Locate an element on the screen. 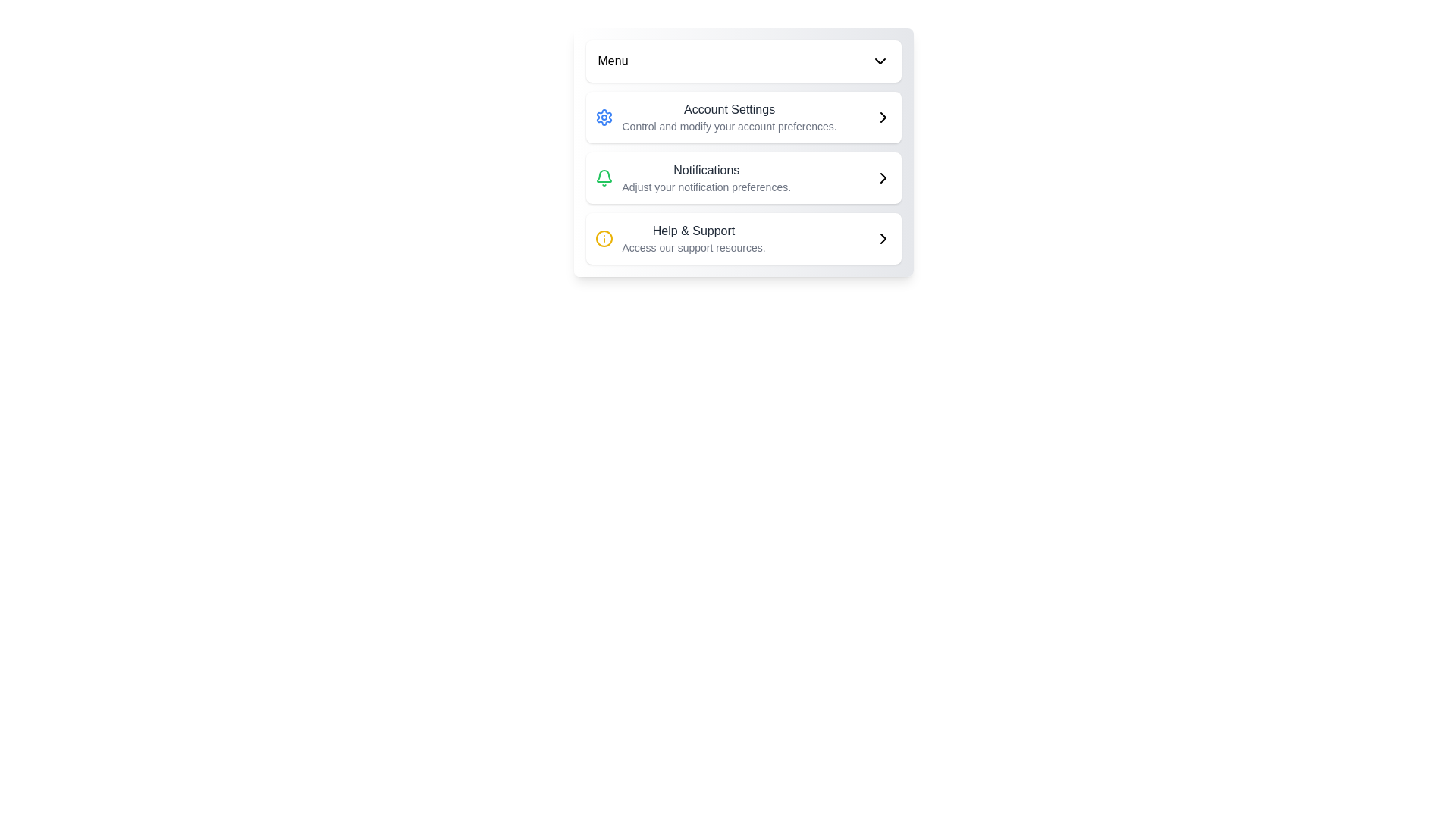 This screenshot has width=1456, height=819. the gear icon for settings, which is vividly blue and located in the 'Account Settings' section on the left side of the menu card is located at coordinates (603, 116).